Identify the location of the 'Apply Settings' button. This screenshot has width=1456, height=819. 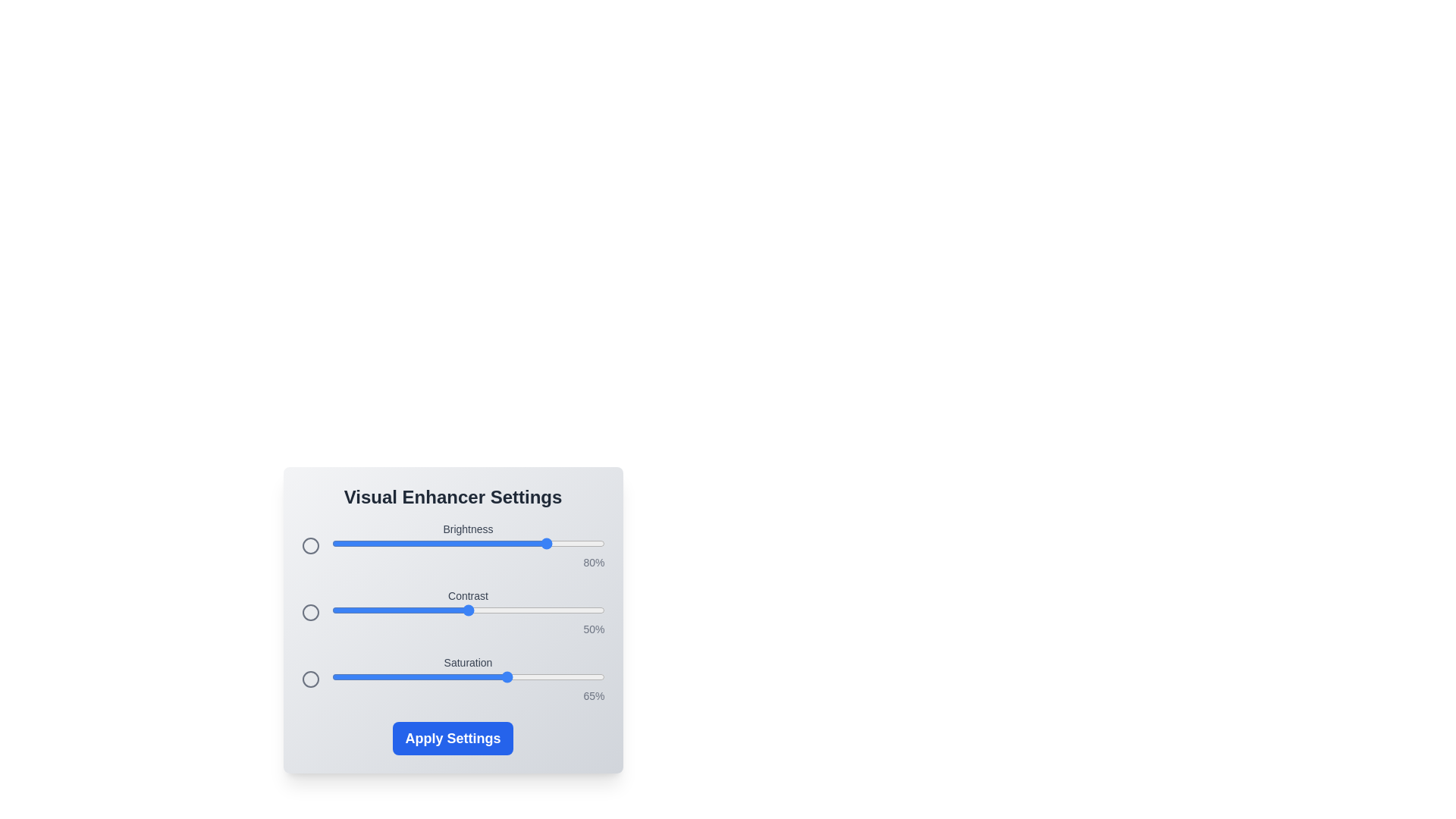
(452, 738).